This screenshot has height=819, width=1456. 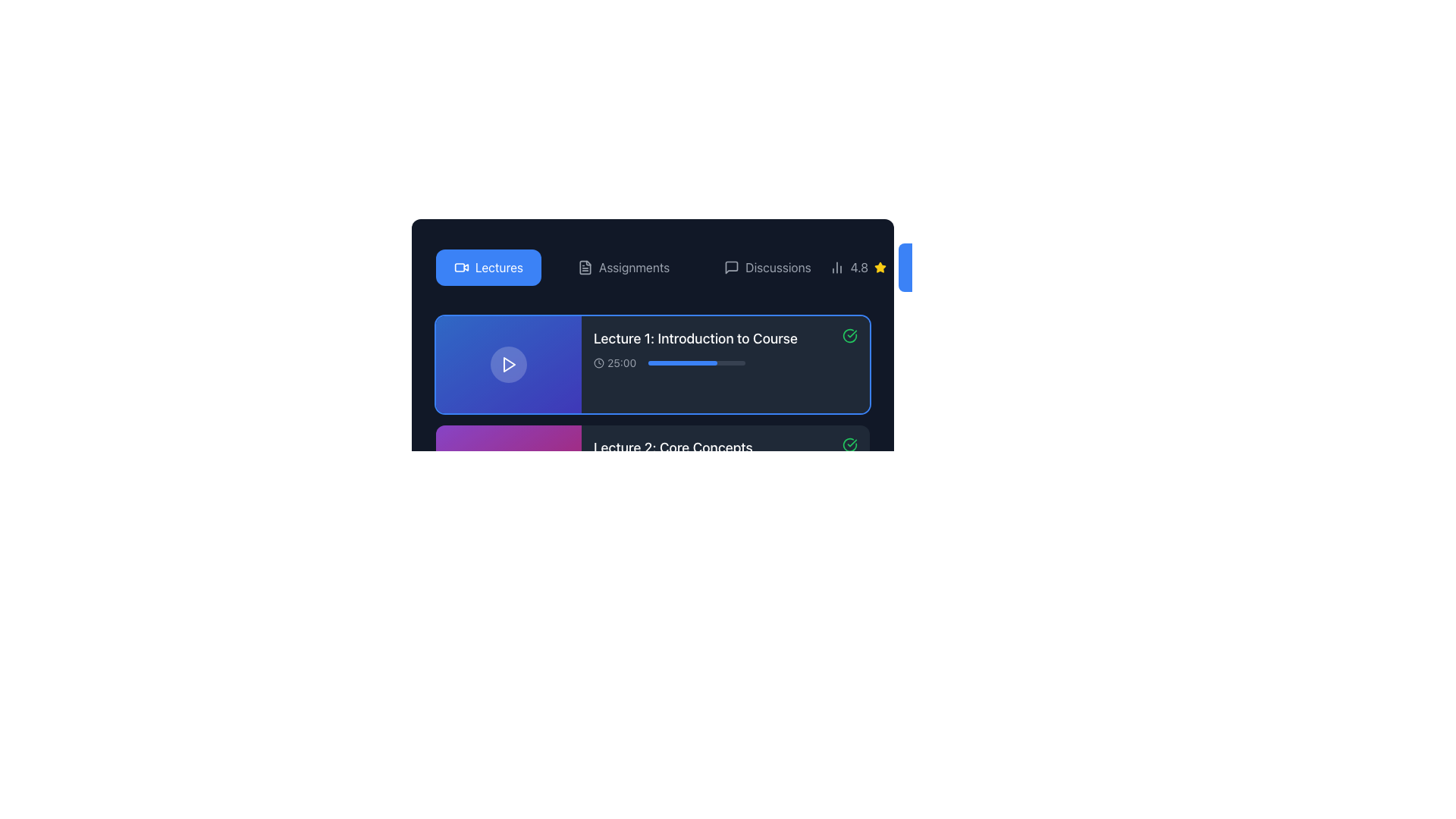 I want to click on the bar chart icon located on the right side of the top bar, which is the first icon to the left of the numerical rating display '4.8', so click(x=836, y=267).